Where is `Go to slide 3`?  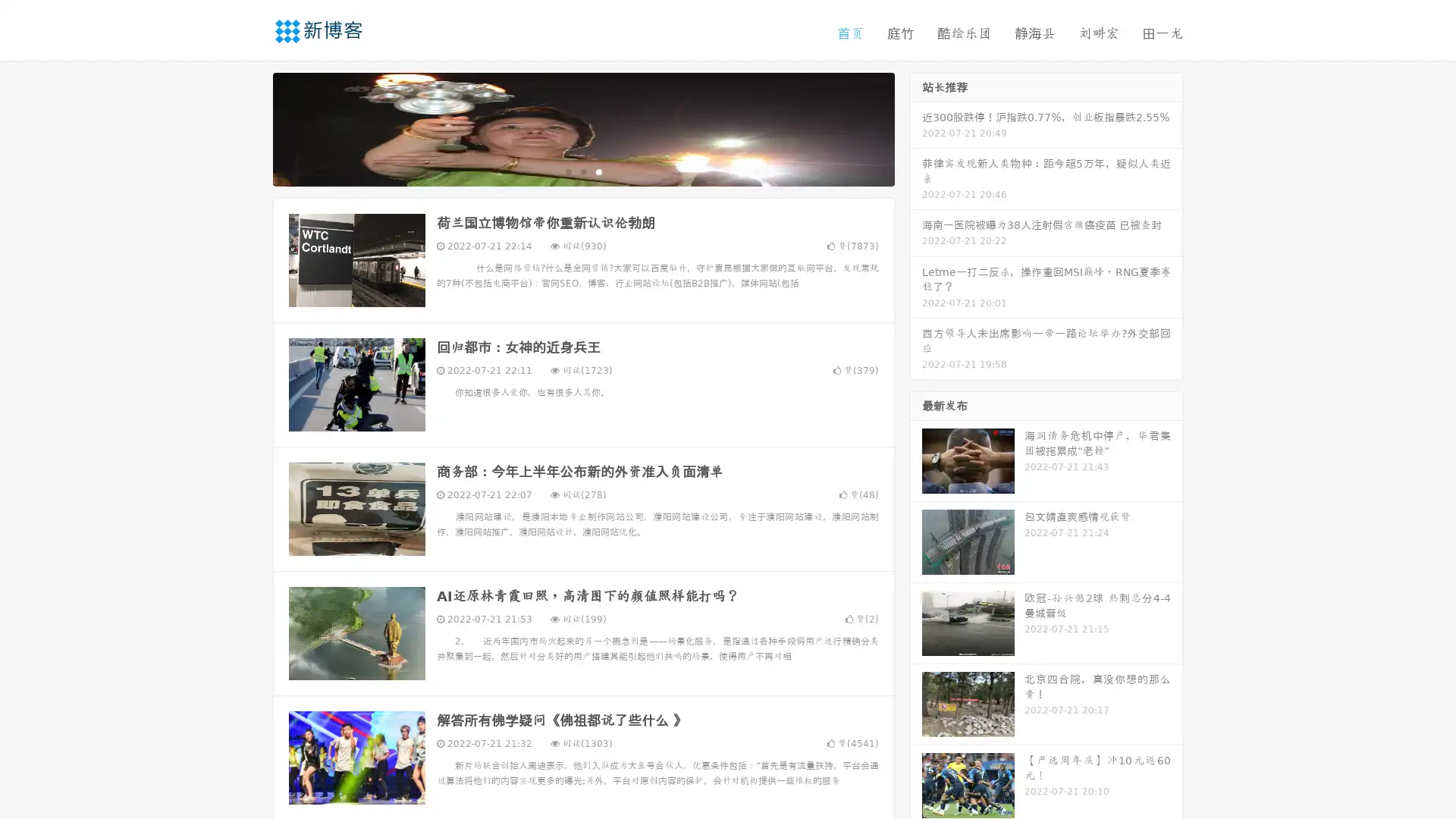
Go to slide 3 is located at coordinates (598, 171).